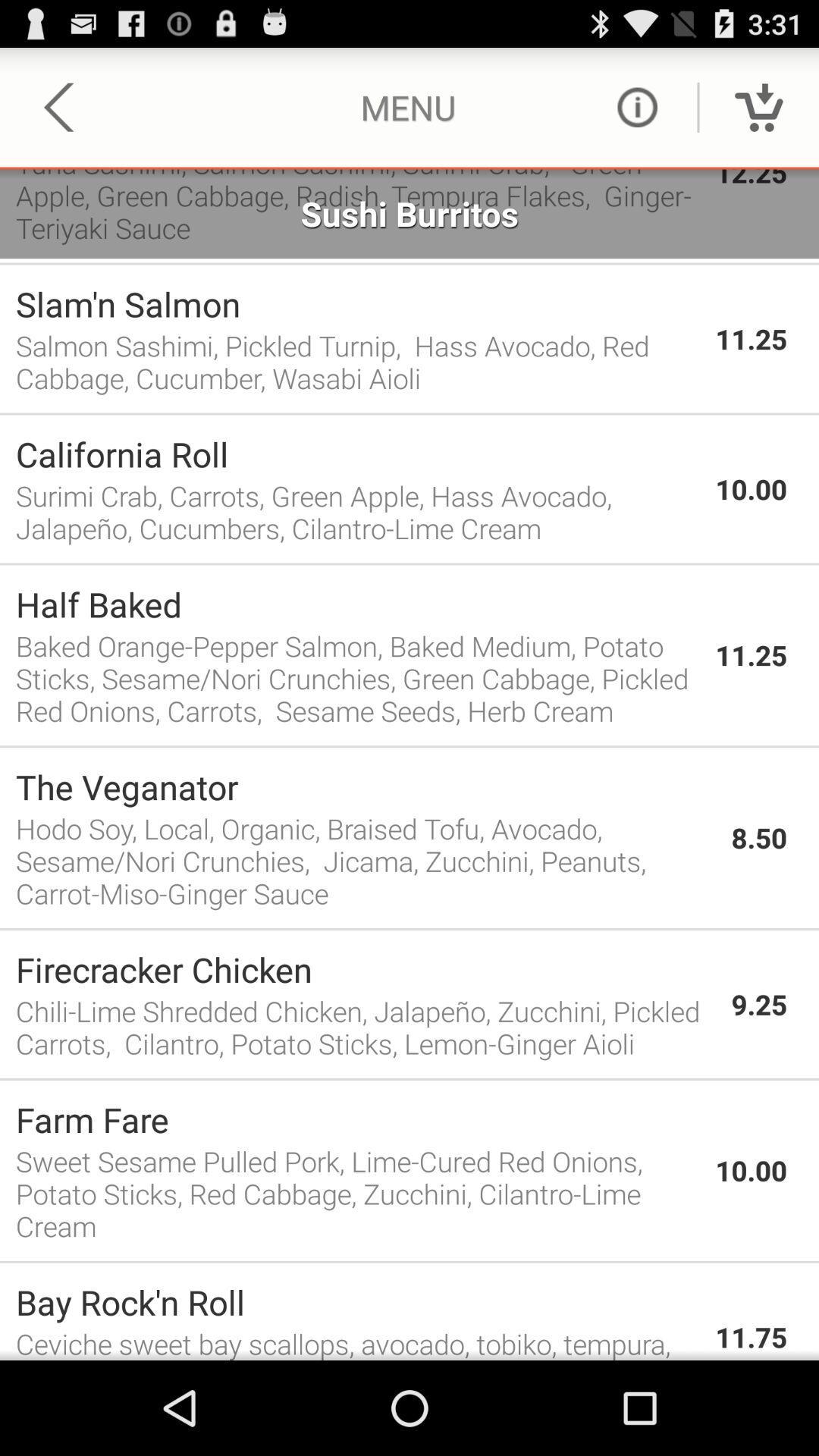  I want to click on the 8.50 app, so click(759, 836).